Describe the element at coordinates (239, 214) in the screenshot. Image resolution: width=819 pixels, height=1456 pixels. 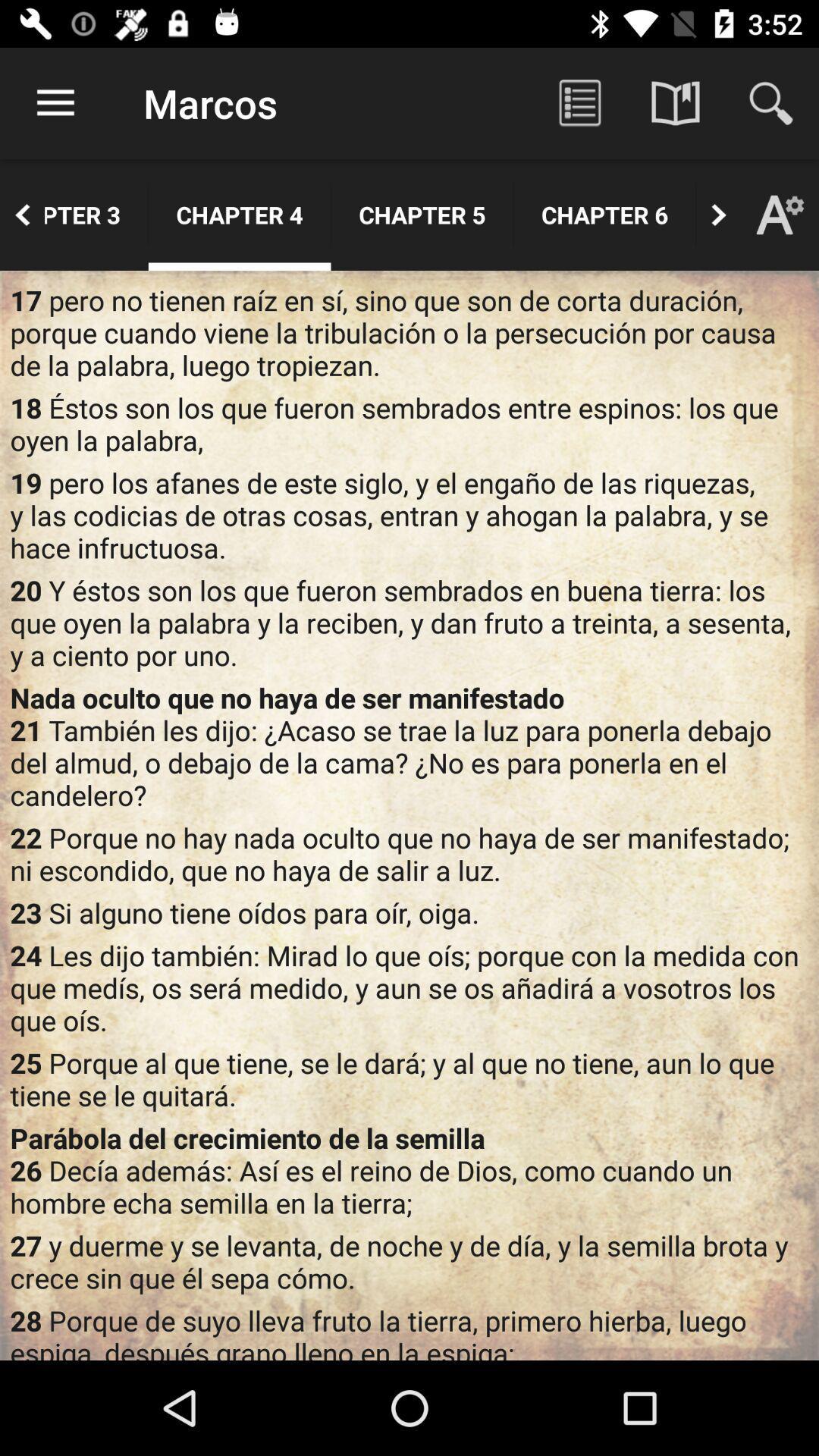
I see `icon below the marcos icon` at that location.